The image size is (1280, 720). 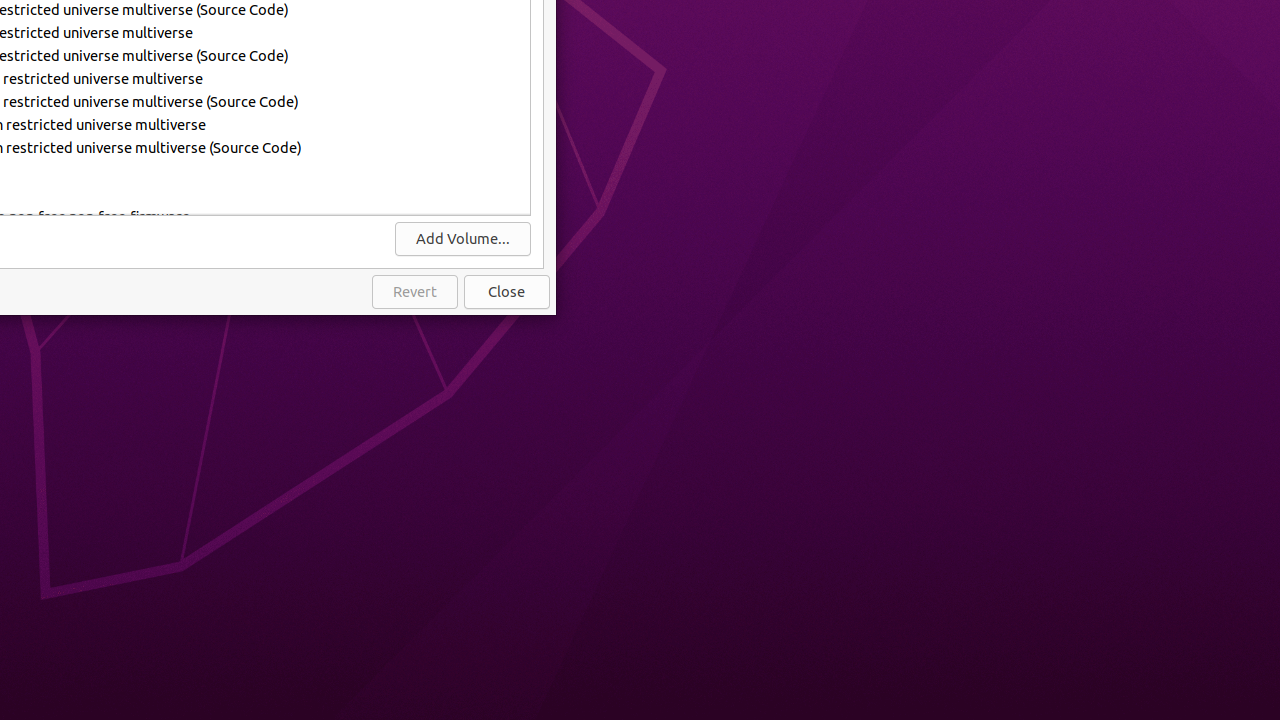 I want to click on 'Revert', so click(x=413, y=292).